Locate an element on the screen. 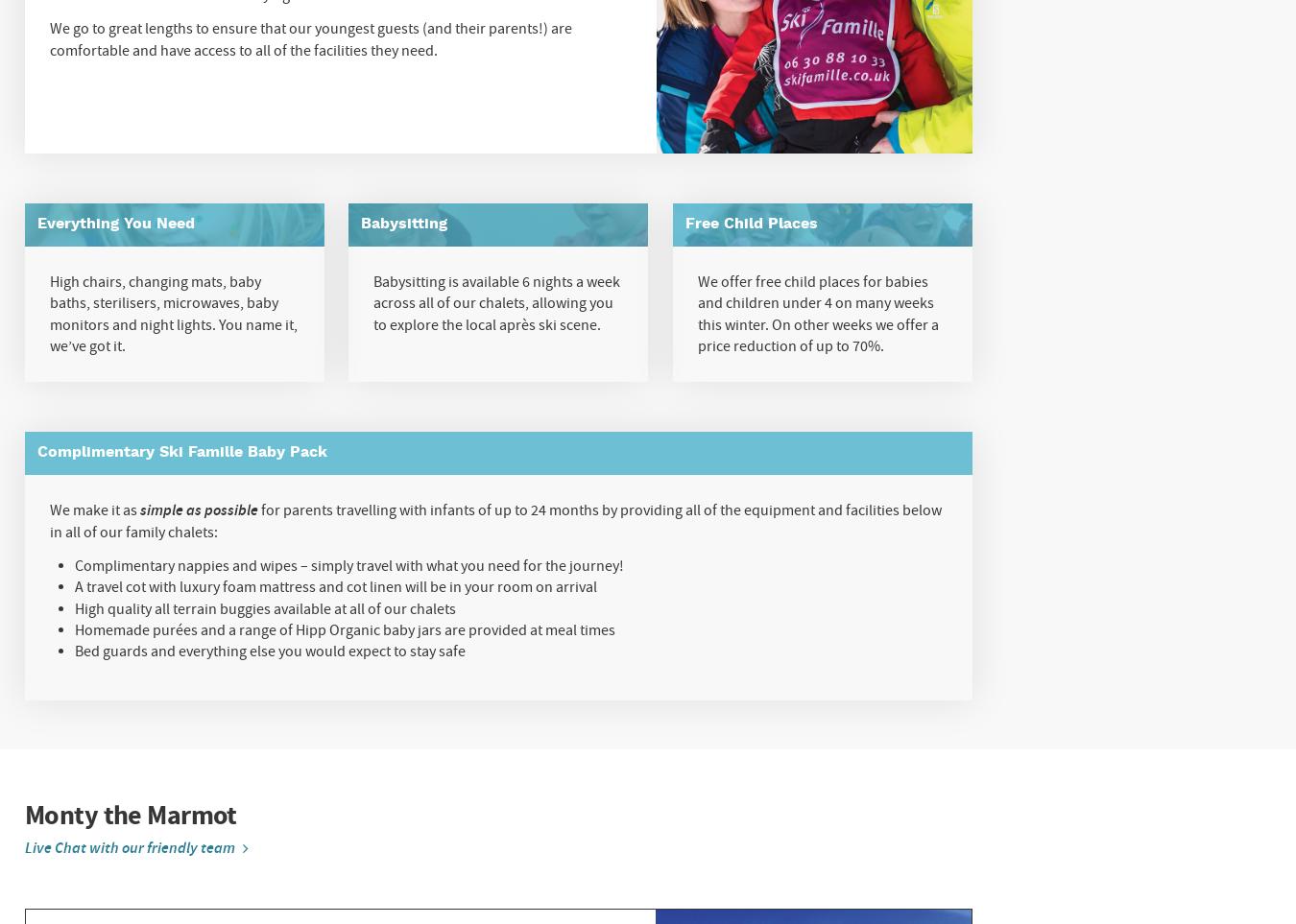  'We make it as' is located at coordinates (93, 509).